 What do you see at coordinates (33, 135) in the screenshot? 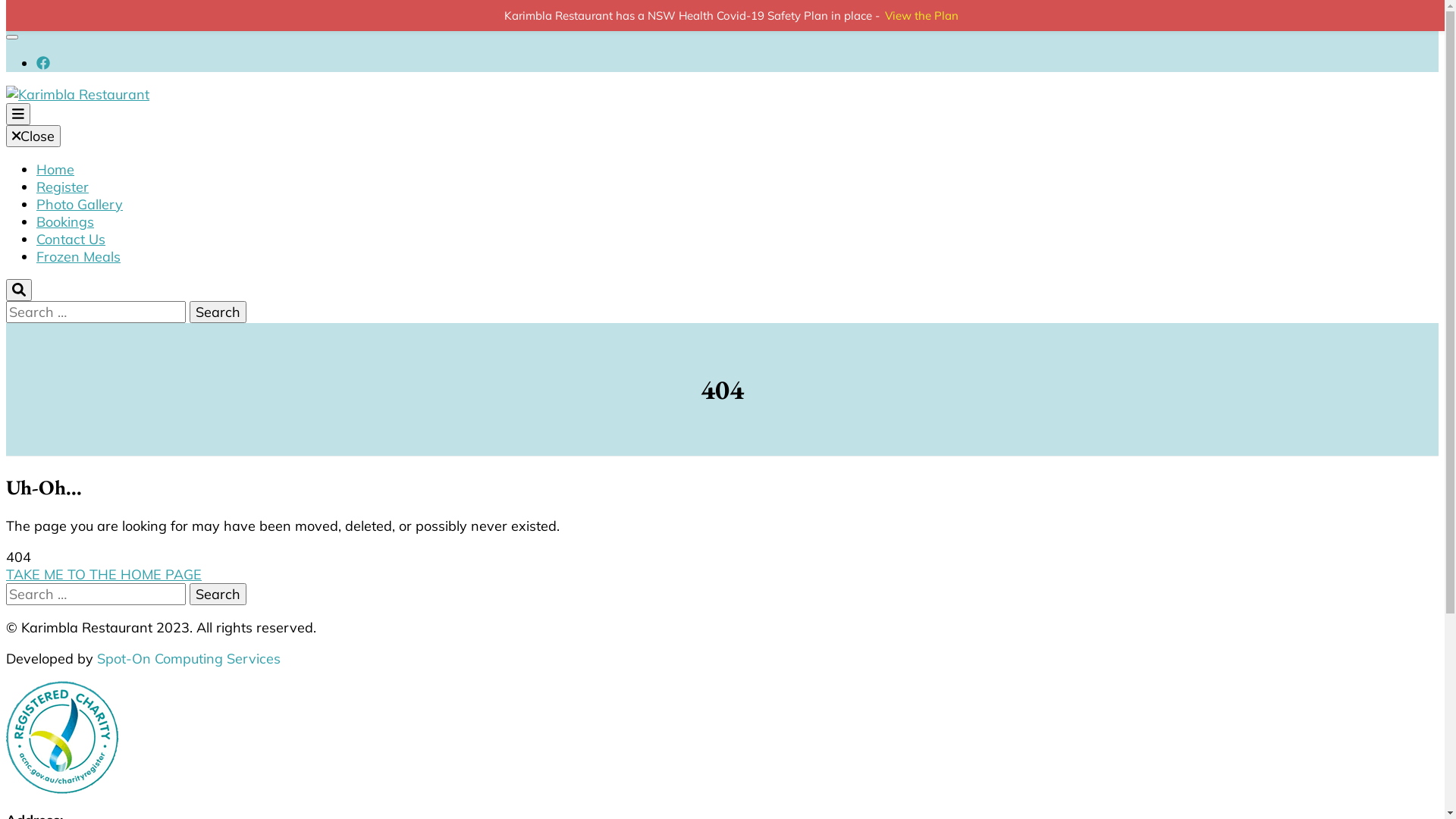
I see `'Close'` at bounding box center [33, 135].